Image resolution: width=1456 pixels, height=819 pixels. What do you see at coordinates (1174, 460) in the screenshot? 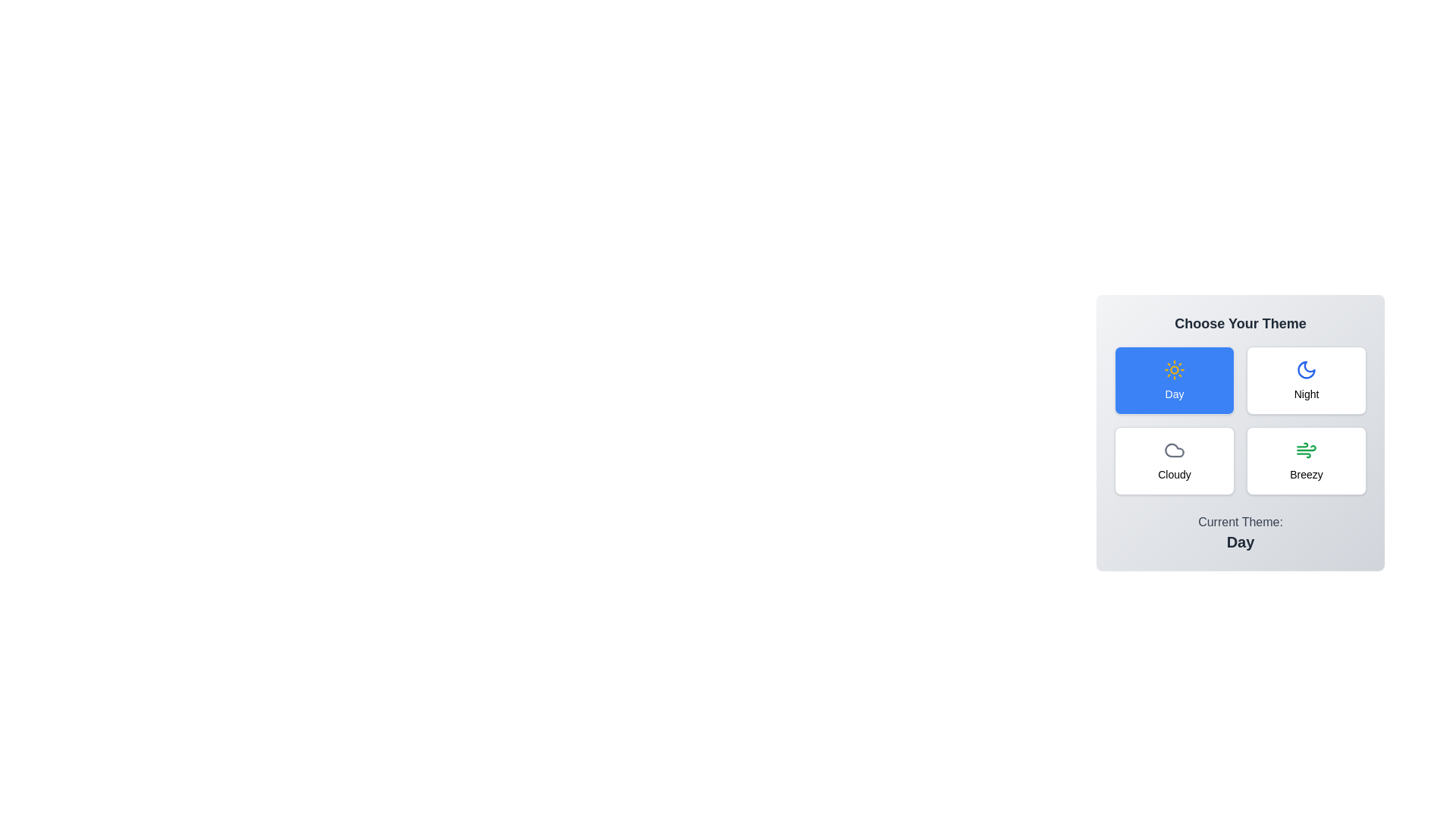
I see `the button corresponding to the theme Cloudy` at bounding box center [1174, 460].